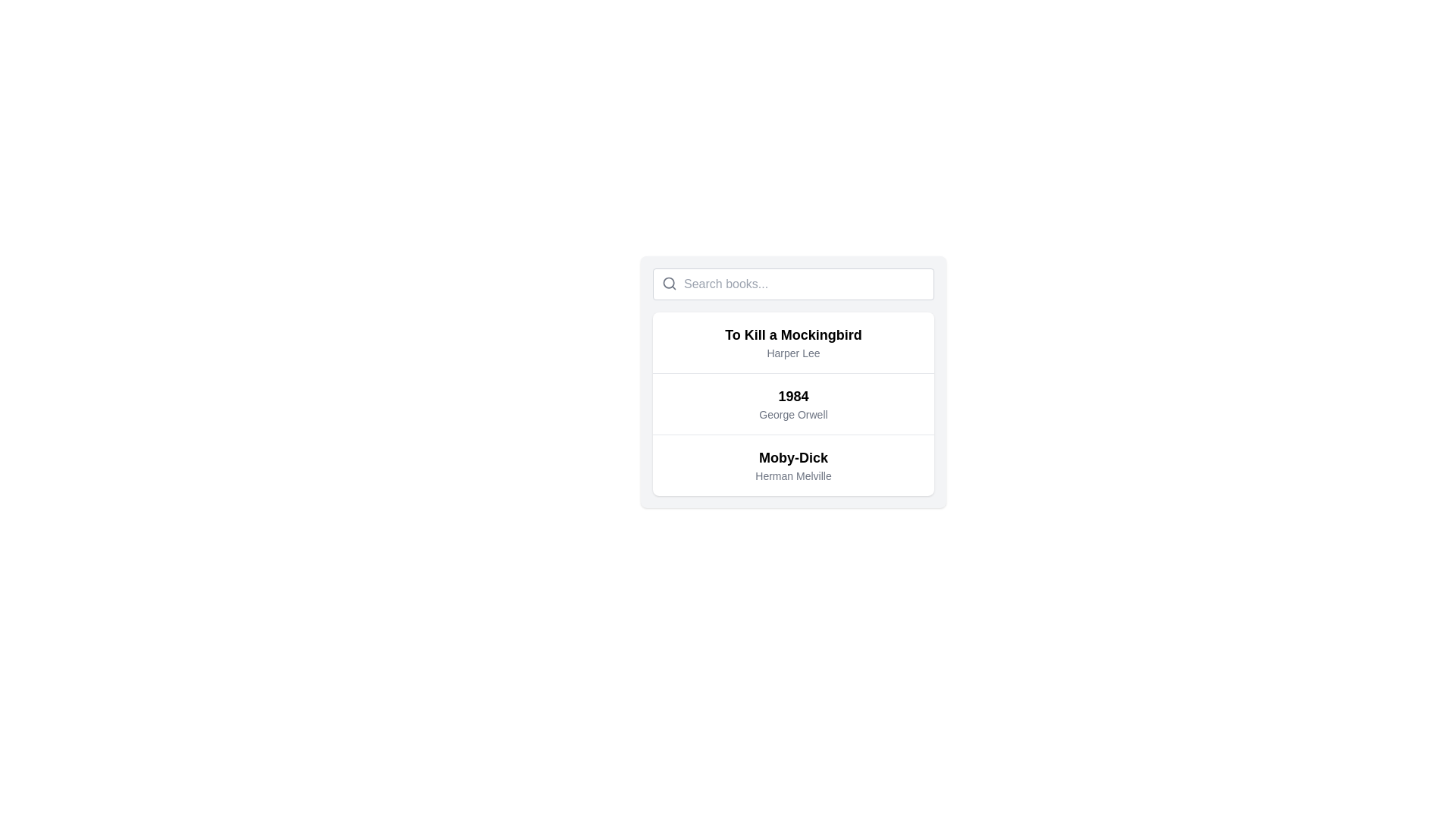  I want to click on the text label displaying the author name of the book 'To Kill a Mockingbird', located directly below the title within the first item of the listed books, so click(792, 353).